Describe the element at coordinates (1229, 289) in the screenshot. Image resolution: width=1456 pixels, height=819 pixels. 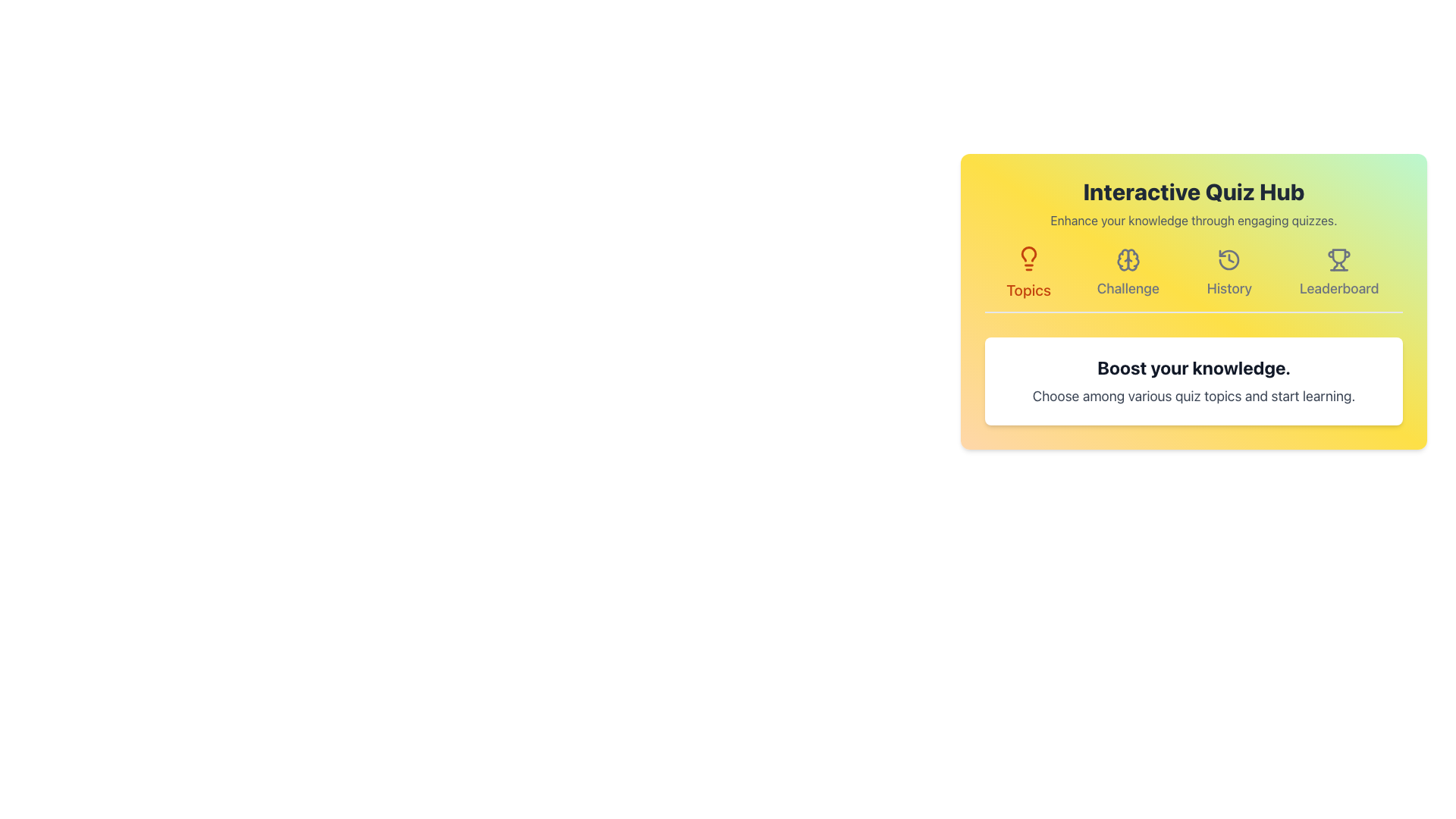
I see `the 'History' text label located in the 'Interactive Quiz Hub' panel, which is the third option from the left, between 'Challenge' and 'Leaderboard'` at that location.